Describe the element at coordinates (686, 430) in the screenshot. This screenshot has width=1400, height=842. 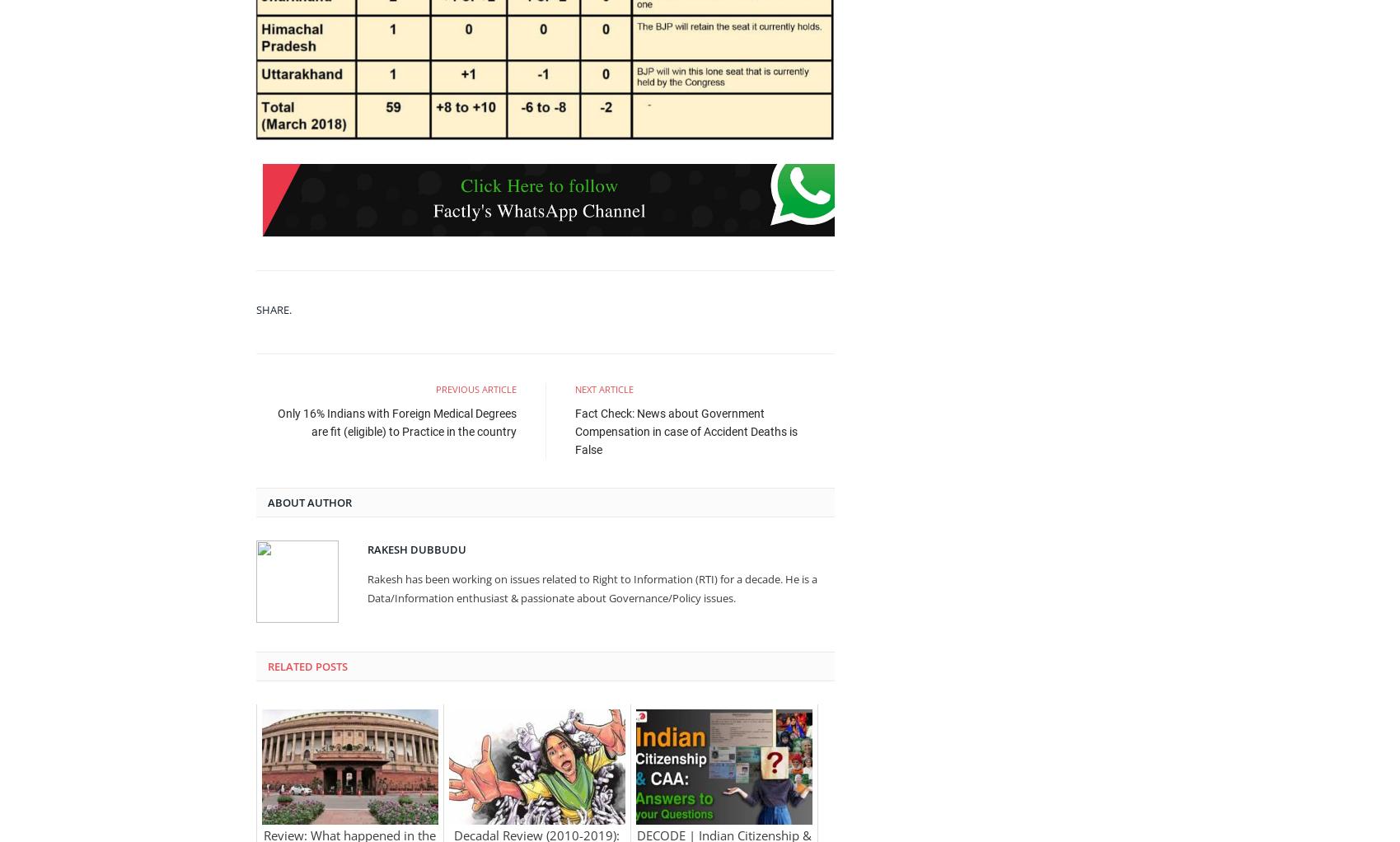
I see `'Fact Check: News about Government Compensation in case of Accident Deaths is False'` at that location.